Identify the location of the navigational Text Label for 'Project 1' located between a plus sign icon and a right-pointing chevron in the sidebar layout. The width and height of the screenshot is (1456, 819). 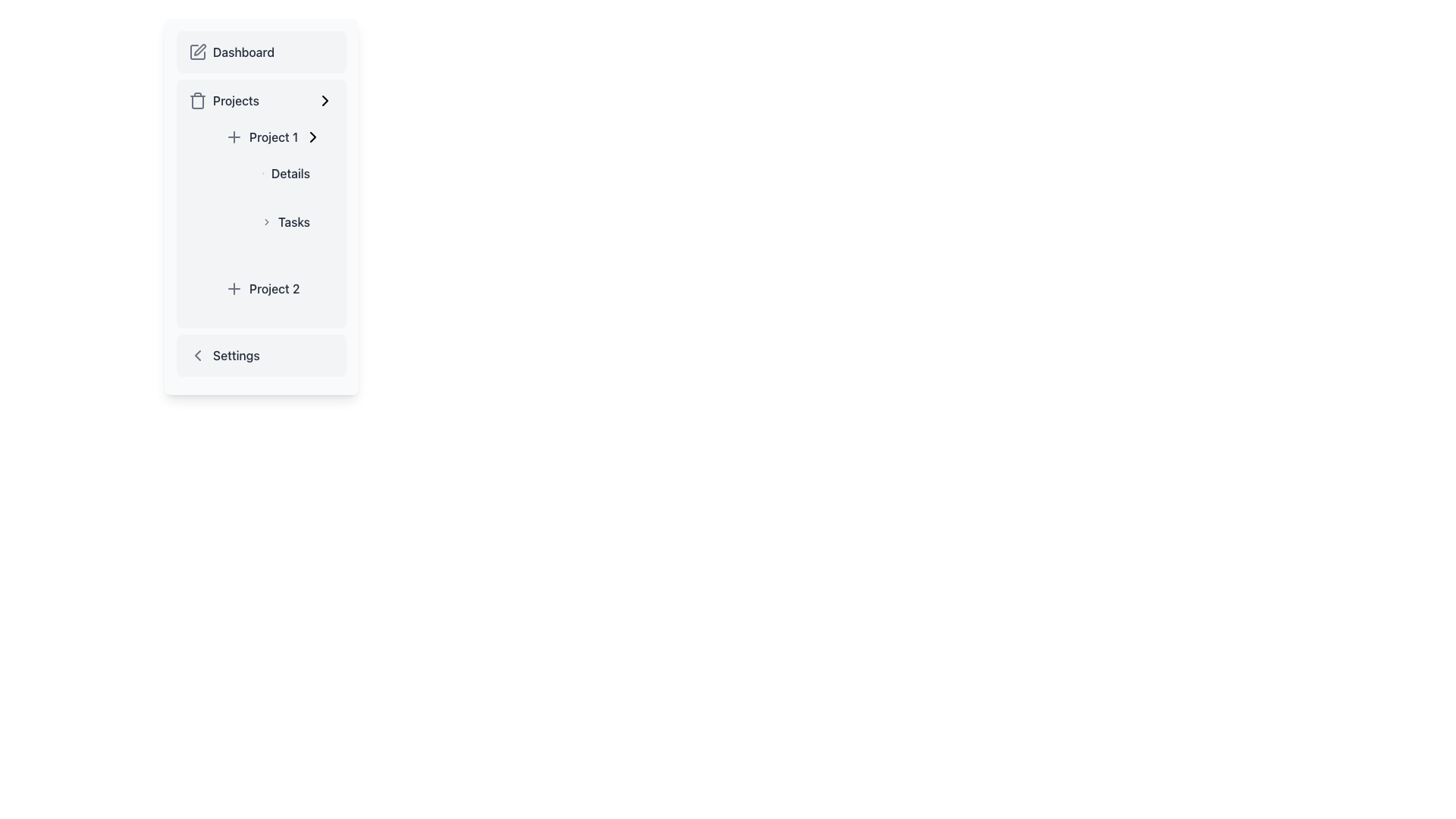
(274, 137).